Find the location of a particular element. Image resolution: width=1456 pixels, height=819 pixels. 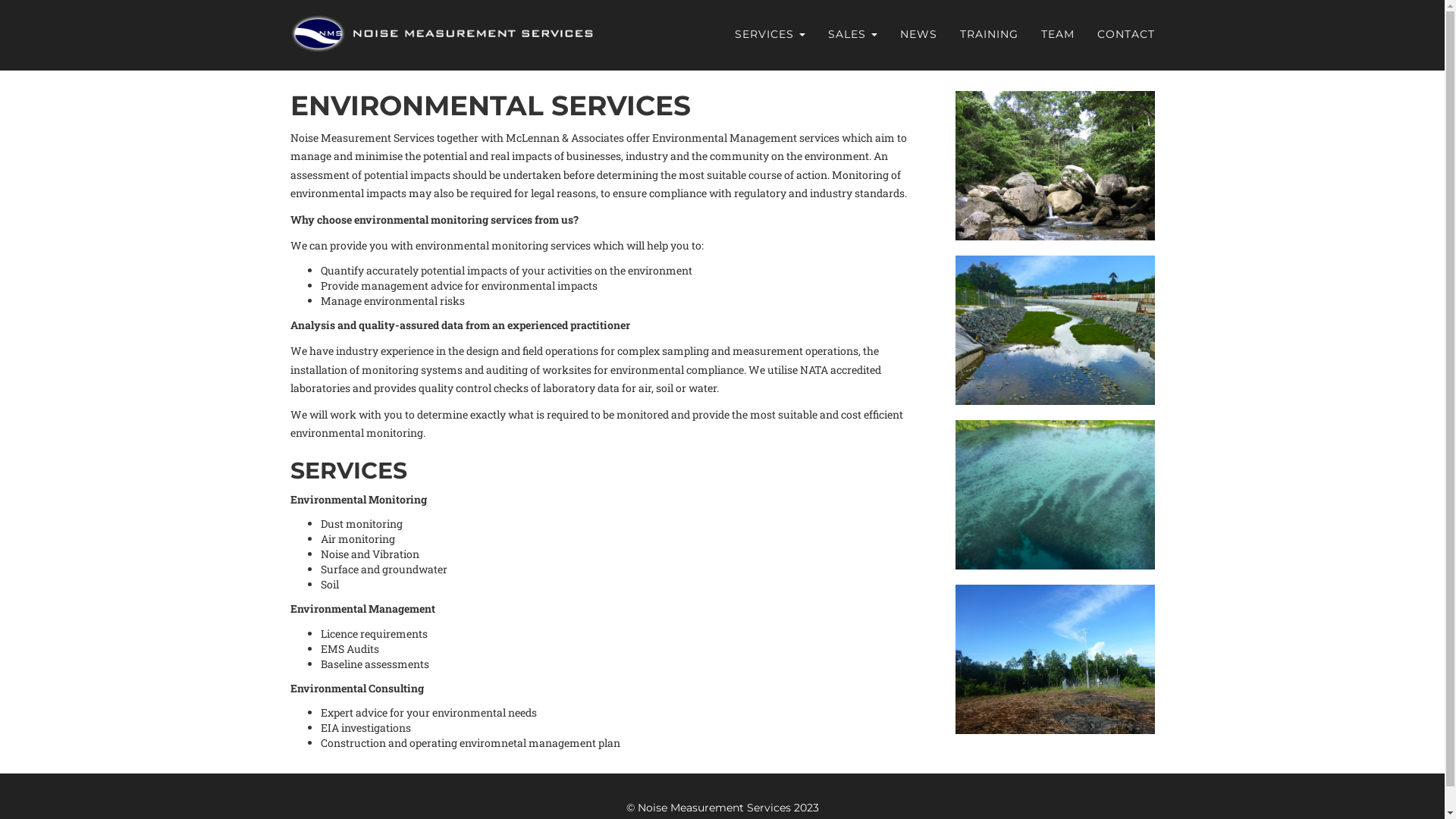

'SALES' is located at coordinates (814, 34).